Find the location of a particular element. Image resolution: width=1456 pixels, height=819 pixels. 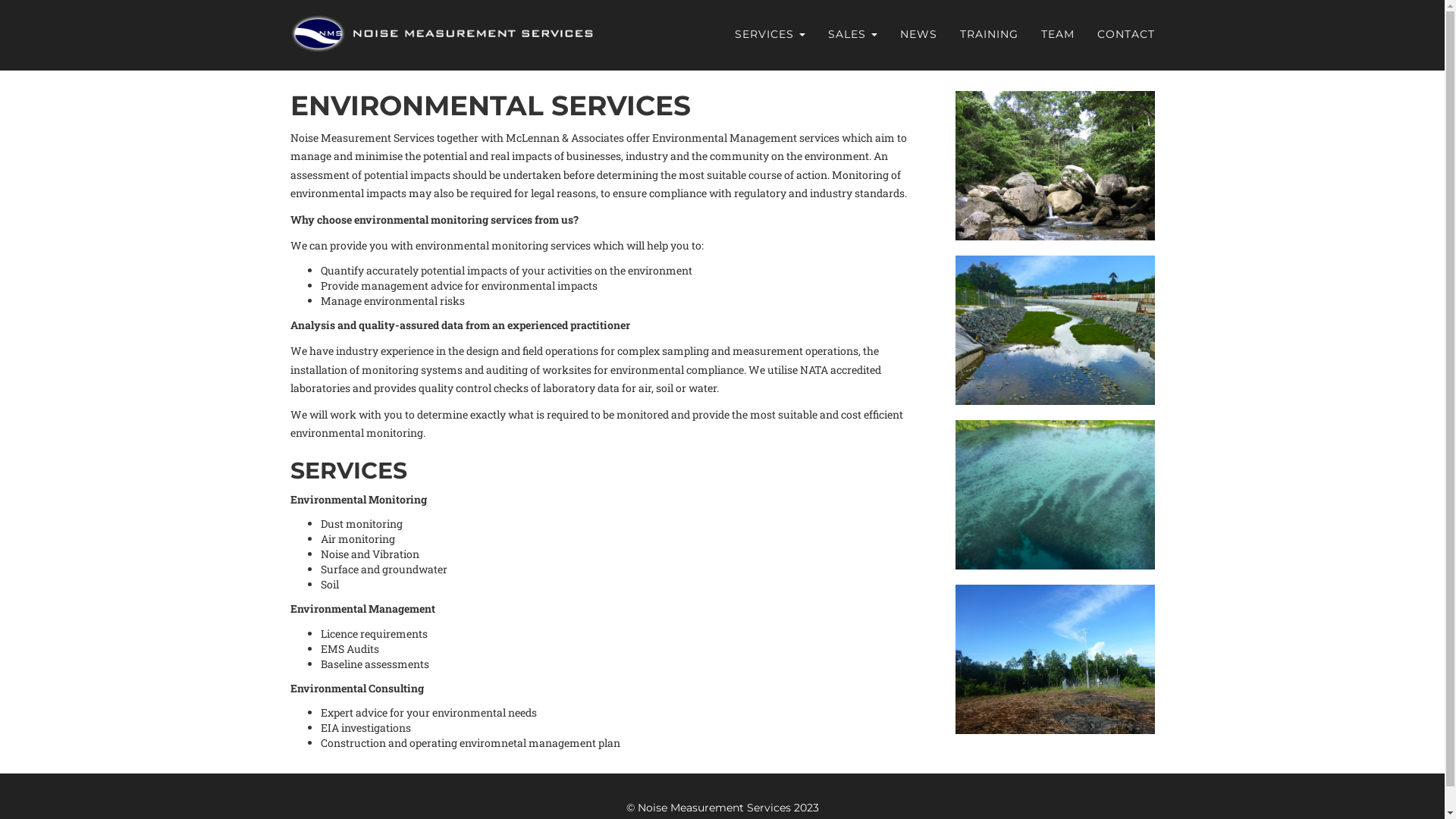

'SALES' is located at coordinates (814, 34).